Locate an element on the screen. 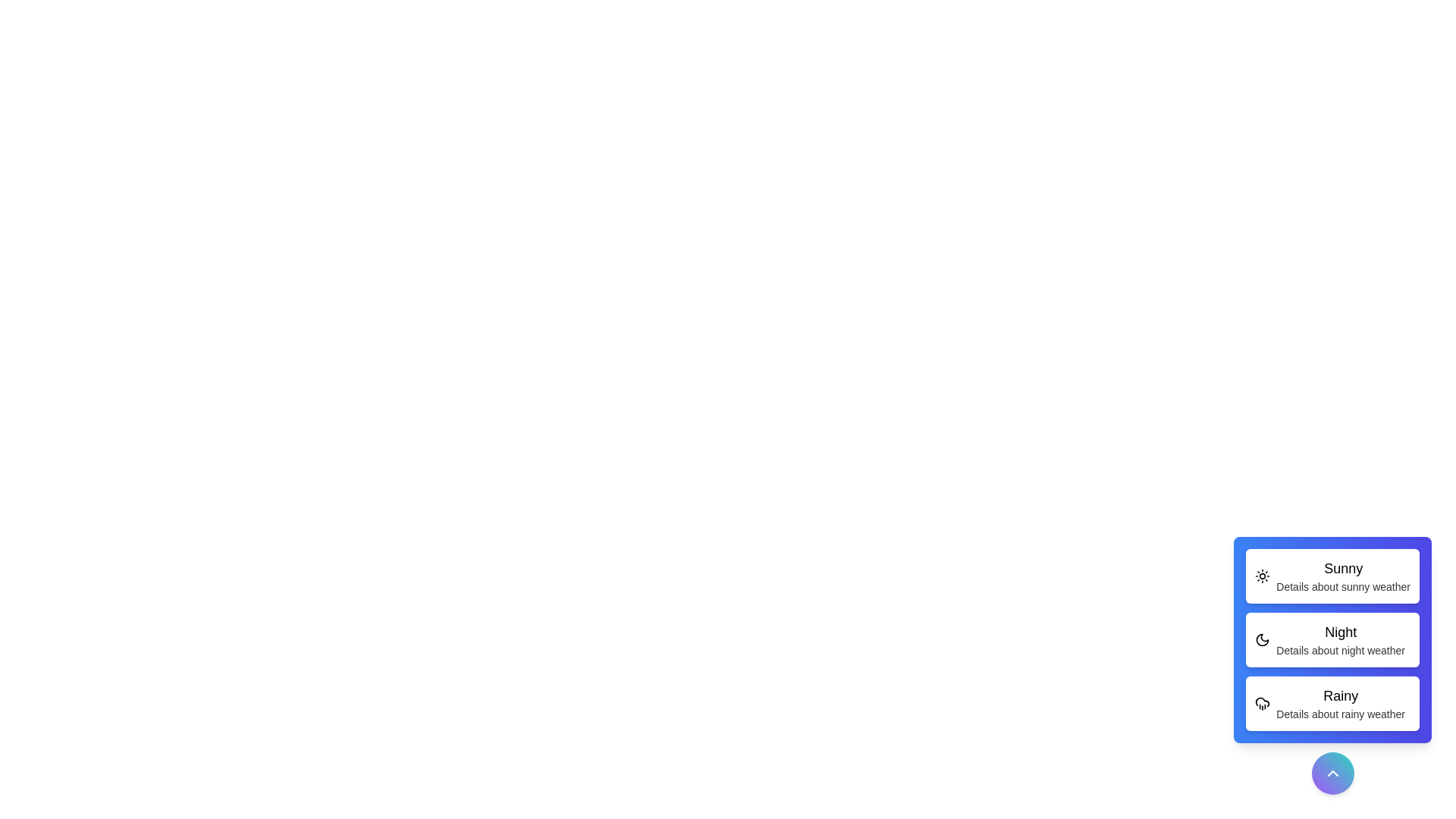 The width and height of the screenshot is (1456, 819). the weather option Rainy is located at coordinates (1332, 704).